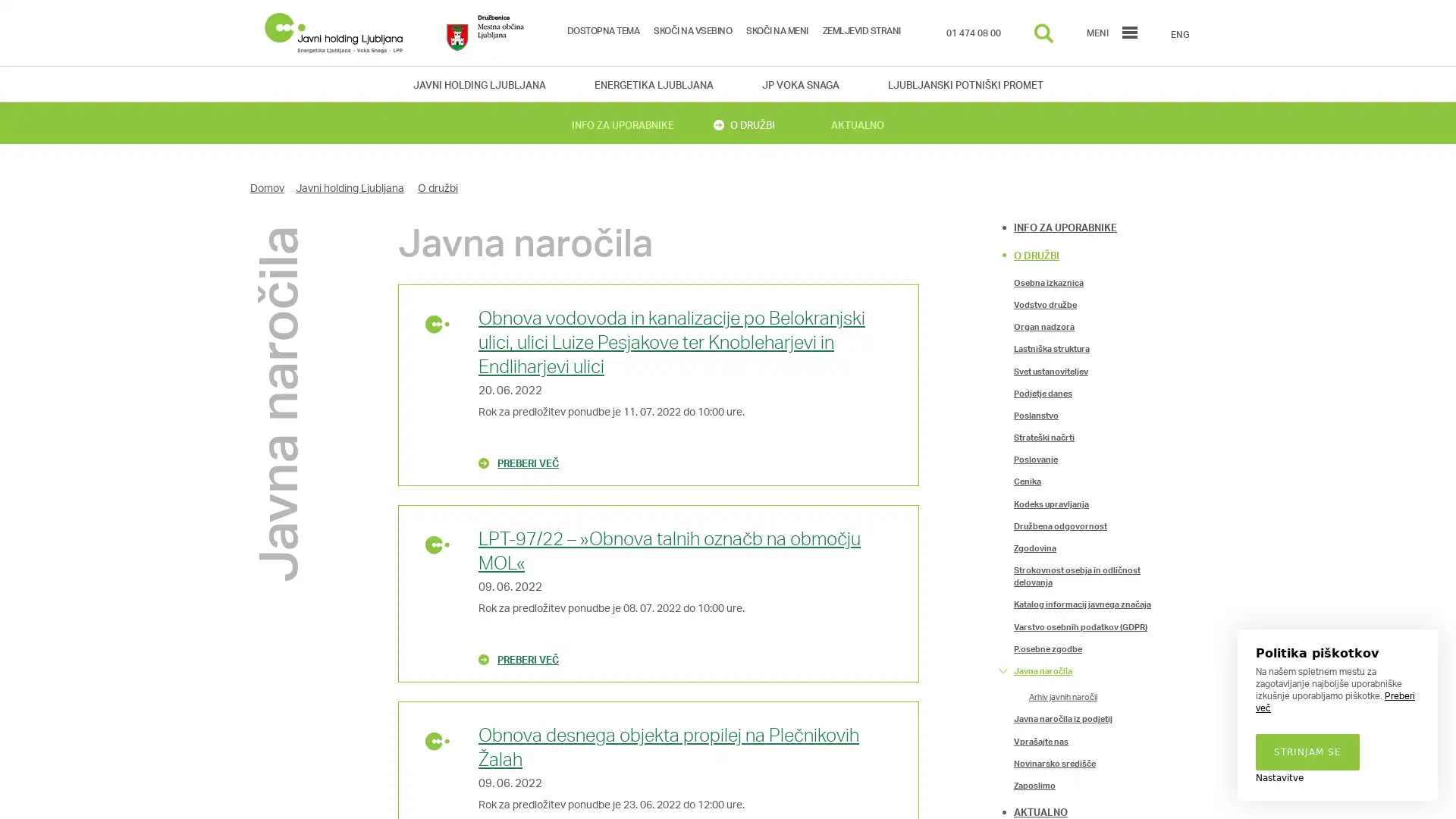  What do you see at coordinates (1003, 763) in the screenshot?
I see `Razsiri meni` at bounding box center [1003, 763].